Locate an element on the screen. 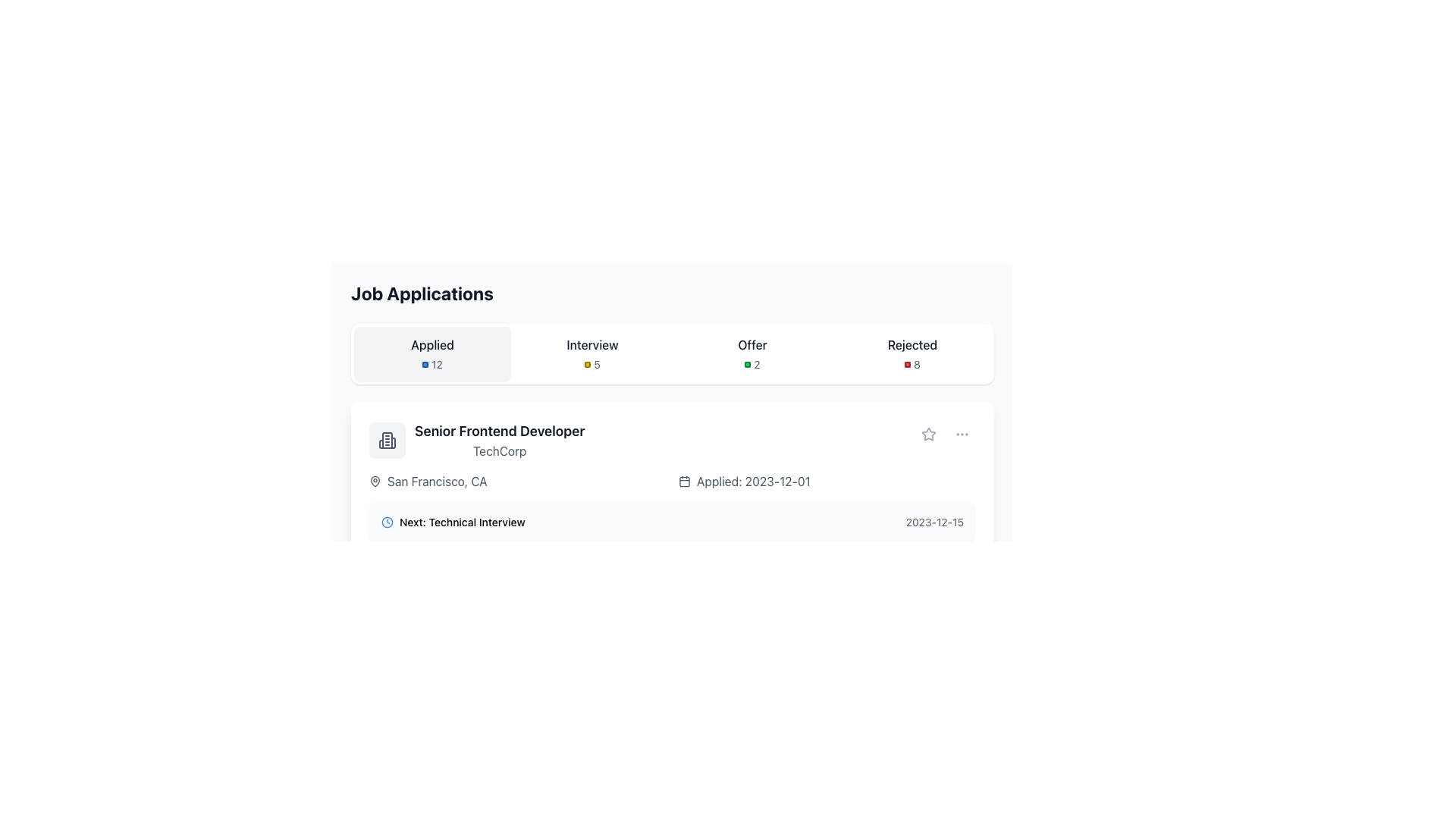  the 'Offer 2' button located in the Job Applications section, positioned between 'Interview' and 'Rejected' in the grid layout is located at coordinates (752, 353).